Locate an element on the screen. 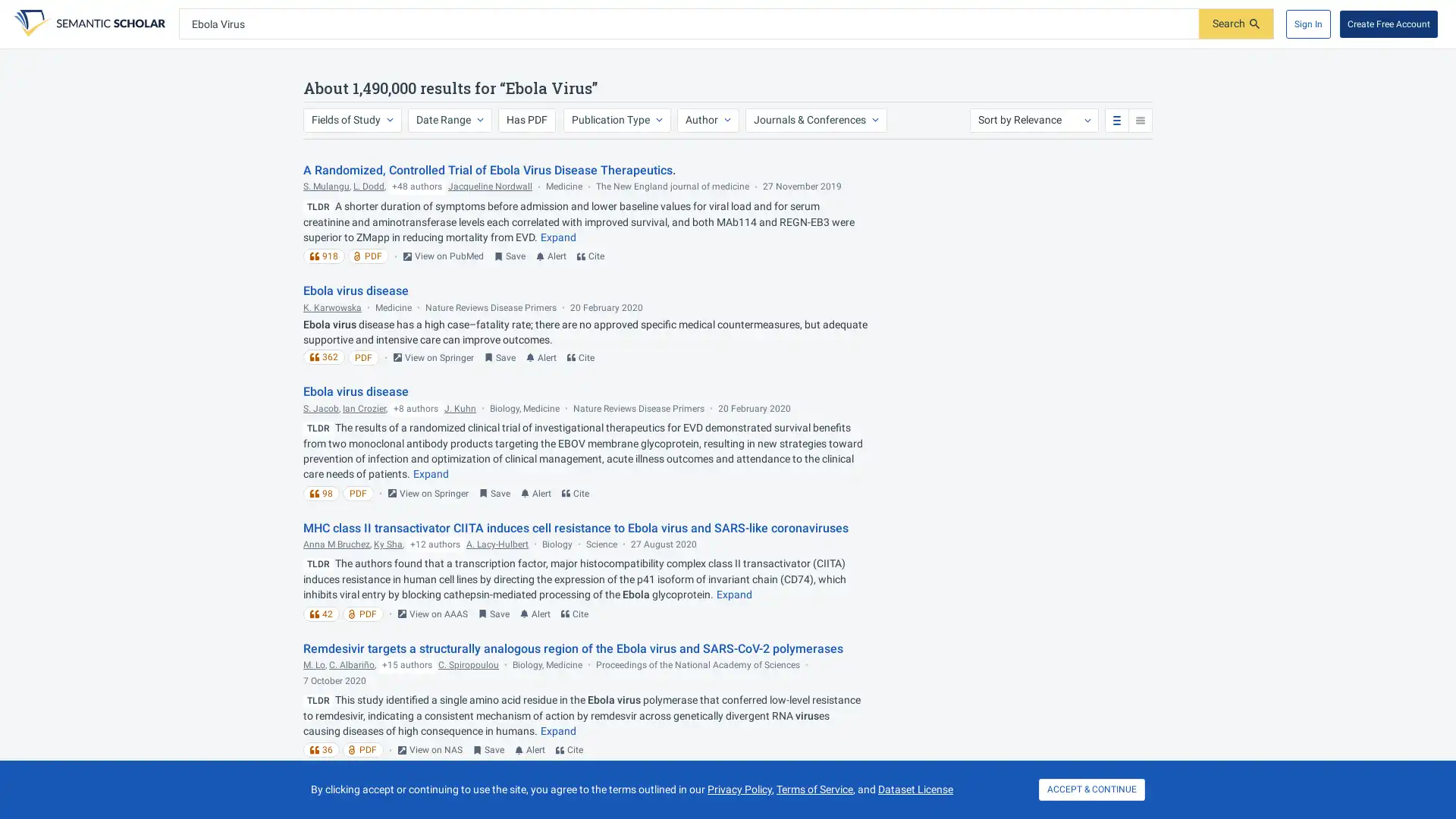 This screenshot has width=1456, height=819. ACCEPT & CONTINUE is located at coordinates (1092, 789).